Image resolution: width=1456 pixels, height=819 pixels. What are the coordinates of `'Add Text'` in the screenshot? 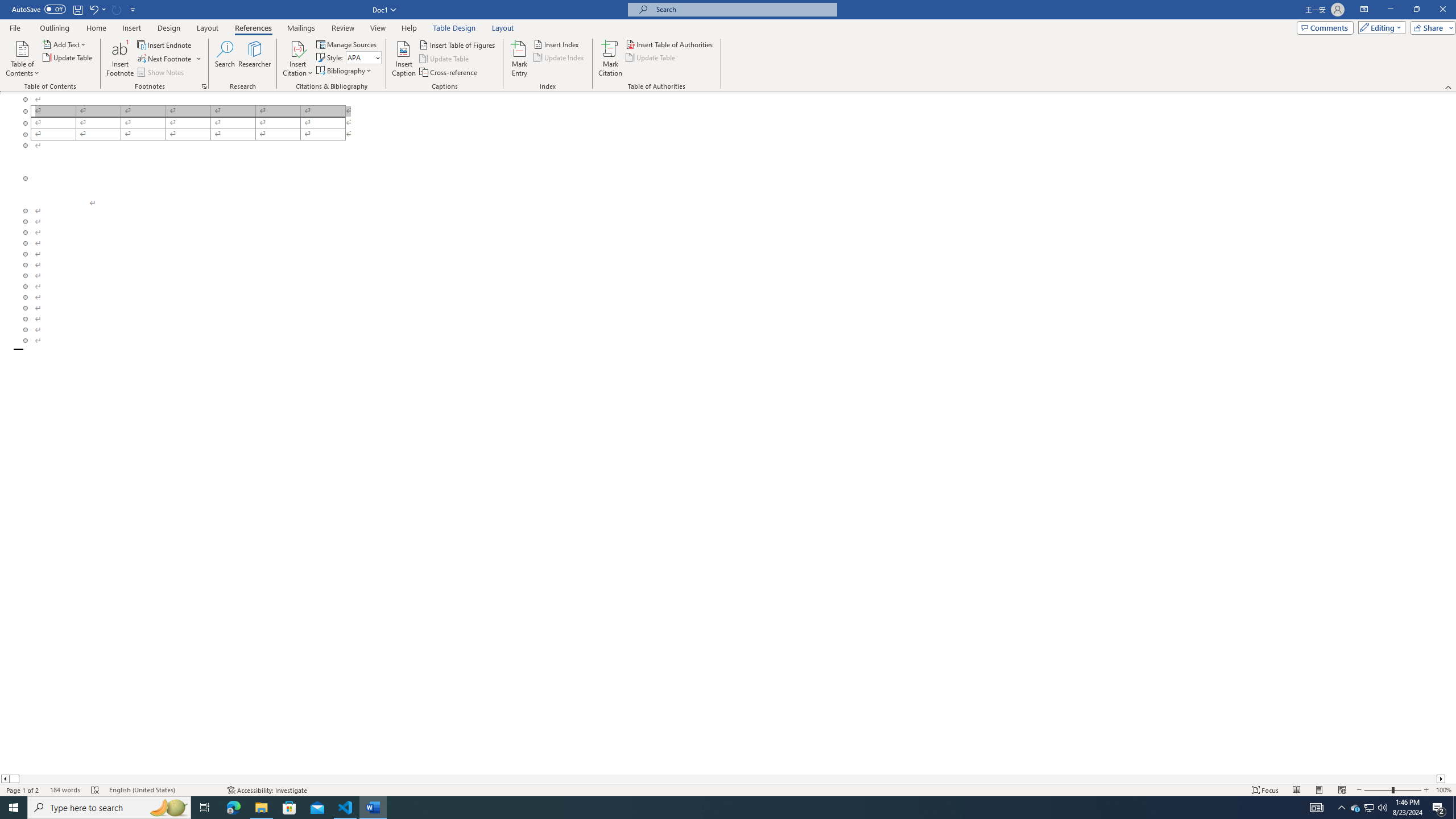 It's located at (65, 44).